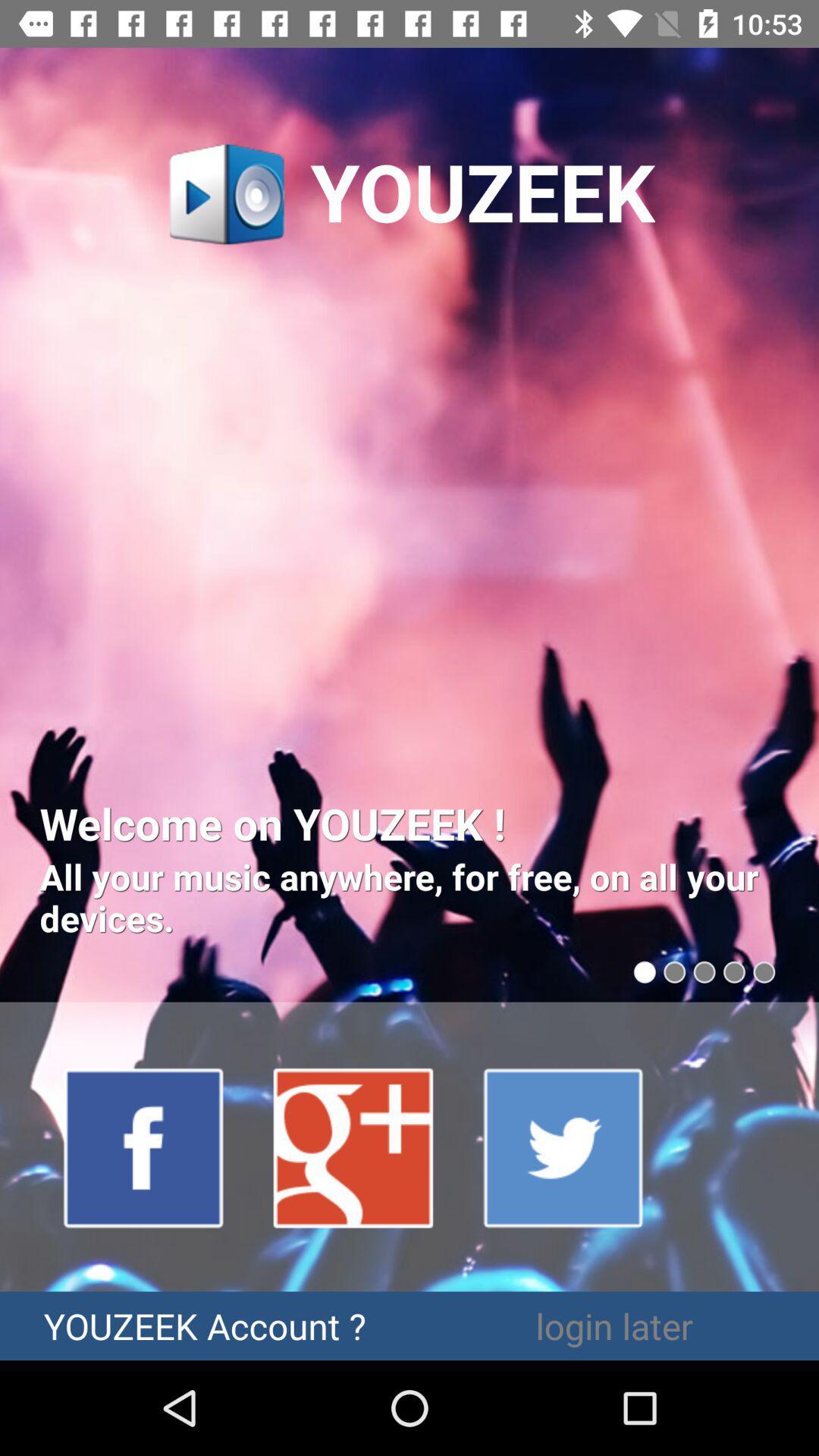 Image resolution: width=819 pixels, height=1456 pixels. I want to click on google plus account, so click(354, 1147).